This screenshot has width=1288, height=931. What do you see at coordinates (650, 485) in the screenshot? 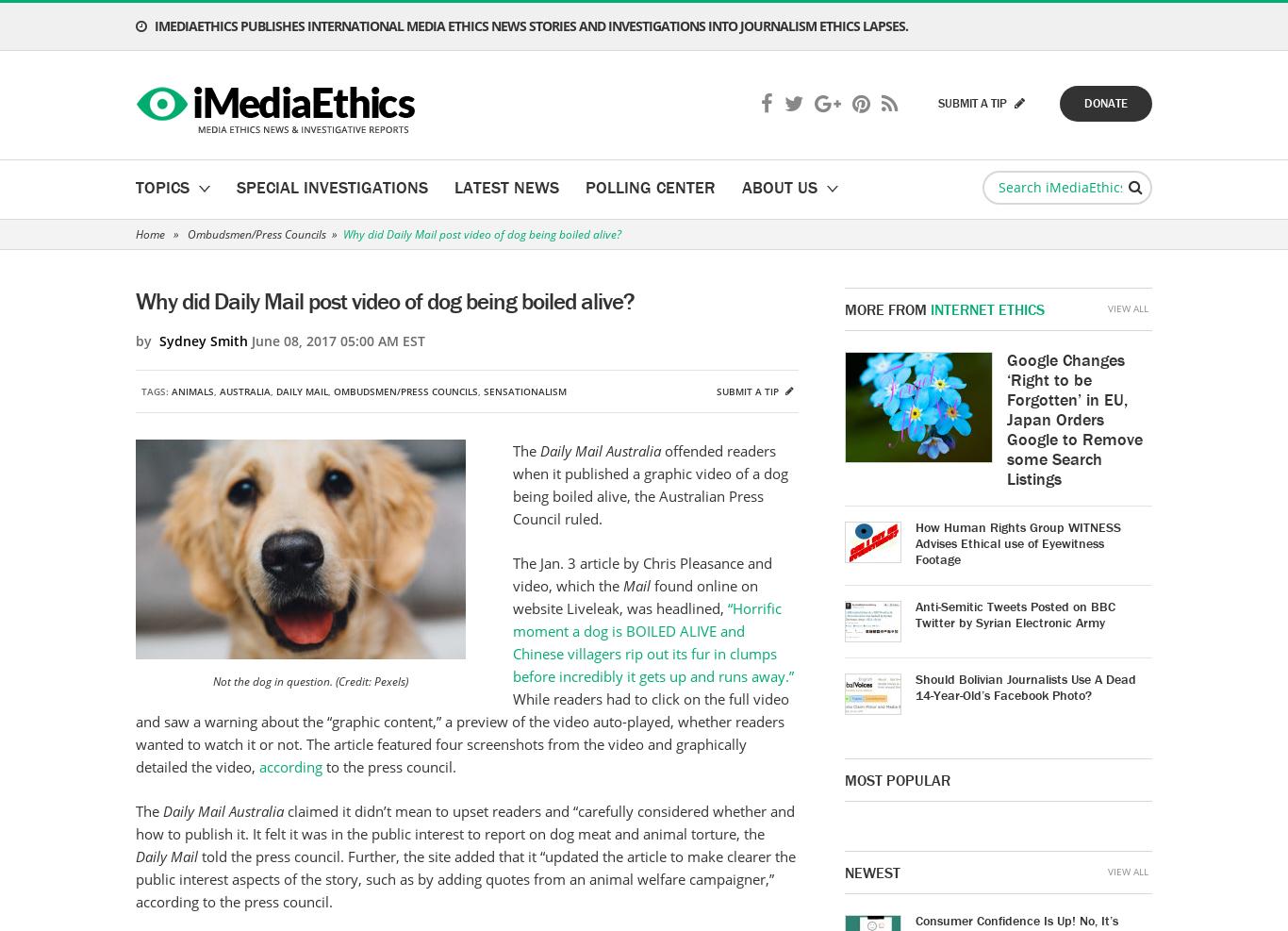
I see `'offended readers when it published a graphic video of a dog being boiled alive, the Australian Press Council ruled.'` at bounding box center [650, 485].